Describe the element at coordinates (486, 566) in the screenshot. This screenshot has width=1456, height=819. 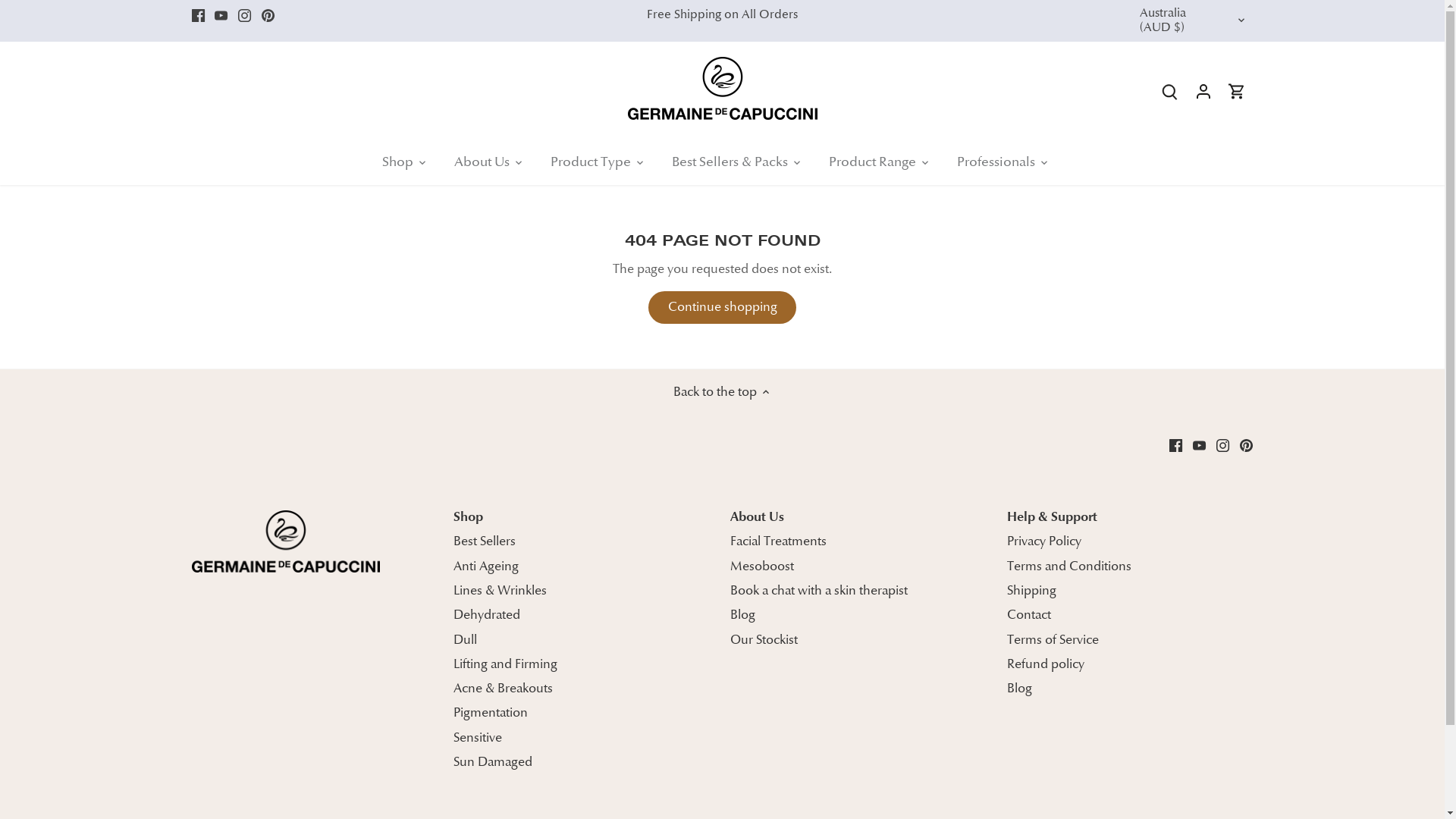
I see `'Anti Ageing'` at that location.